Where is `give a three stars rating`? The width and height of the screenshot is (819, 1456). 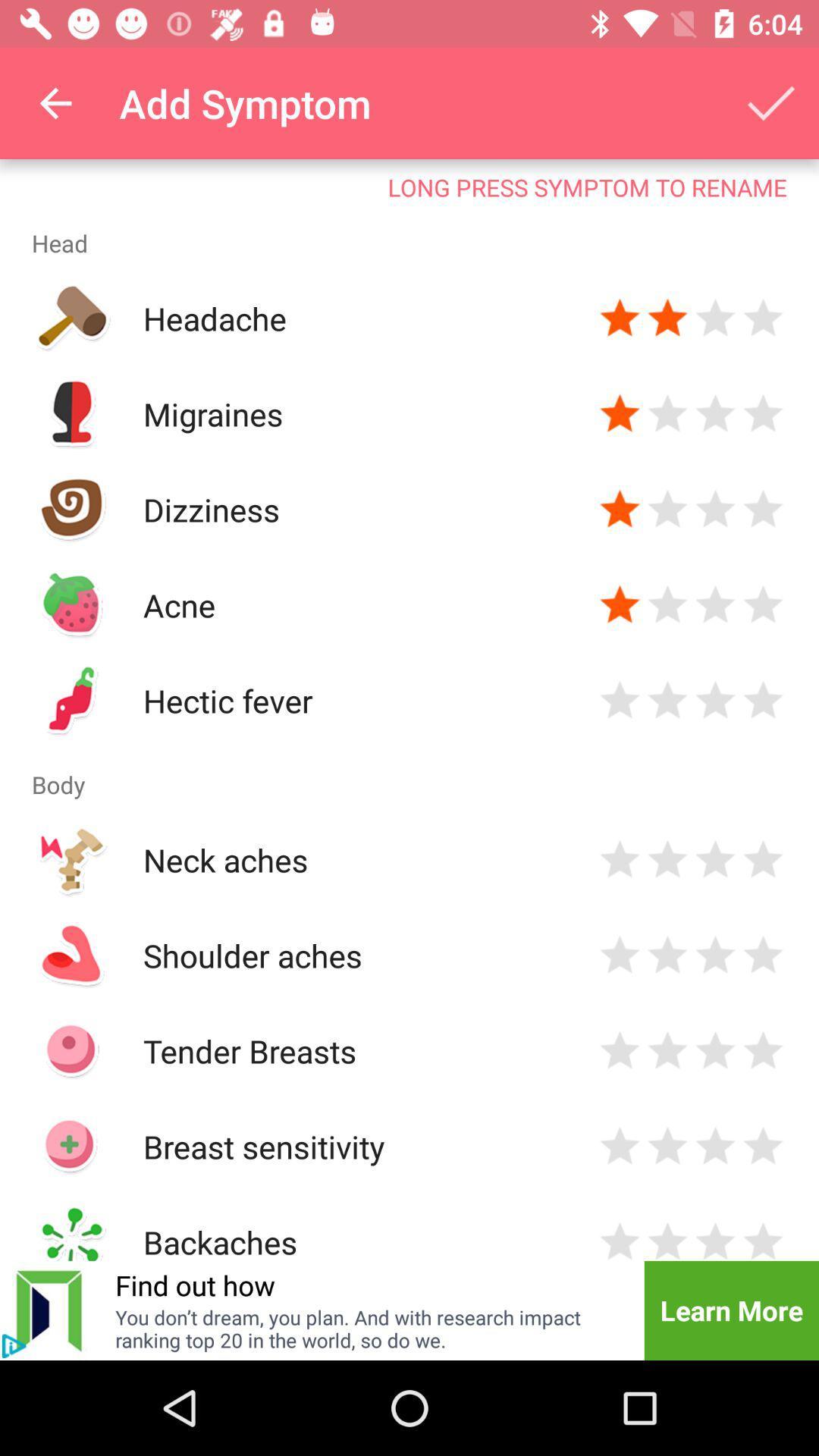
give a three stars rating is located at coordinates (715, 954).